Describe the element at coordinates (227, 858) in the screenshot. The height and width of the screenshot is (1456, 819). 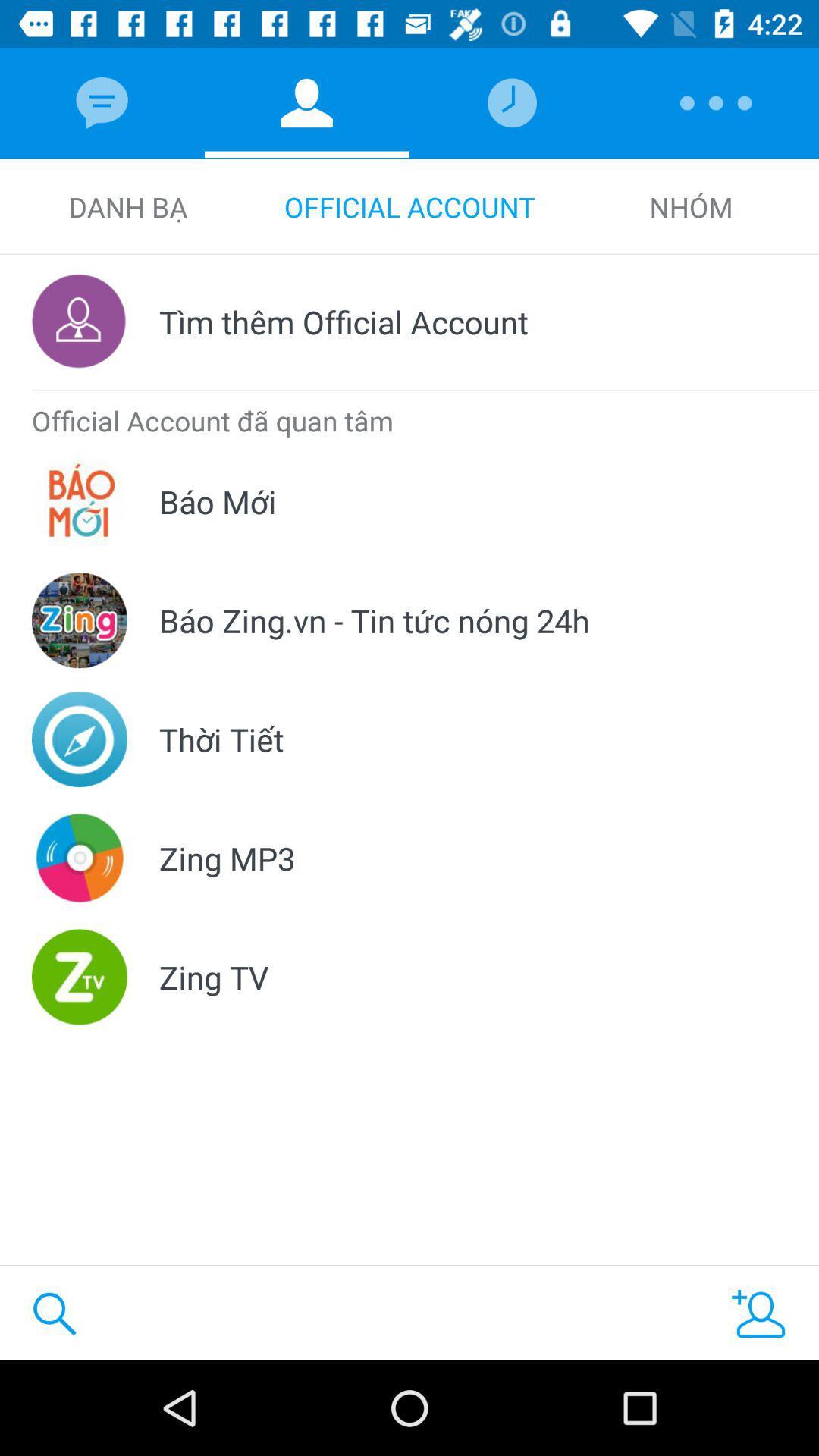
I see `item above the zing tv` at that location.